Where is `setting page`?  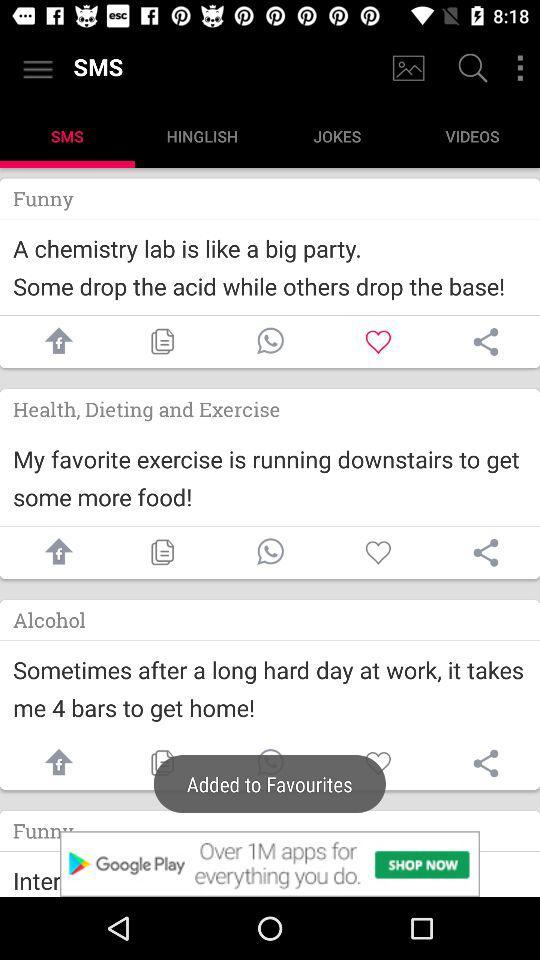
setting page is located at coordinates (485, 762).